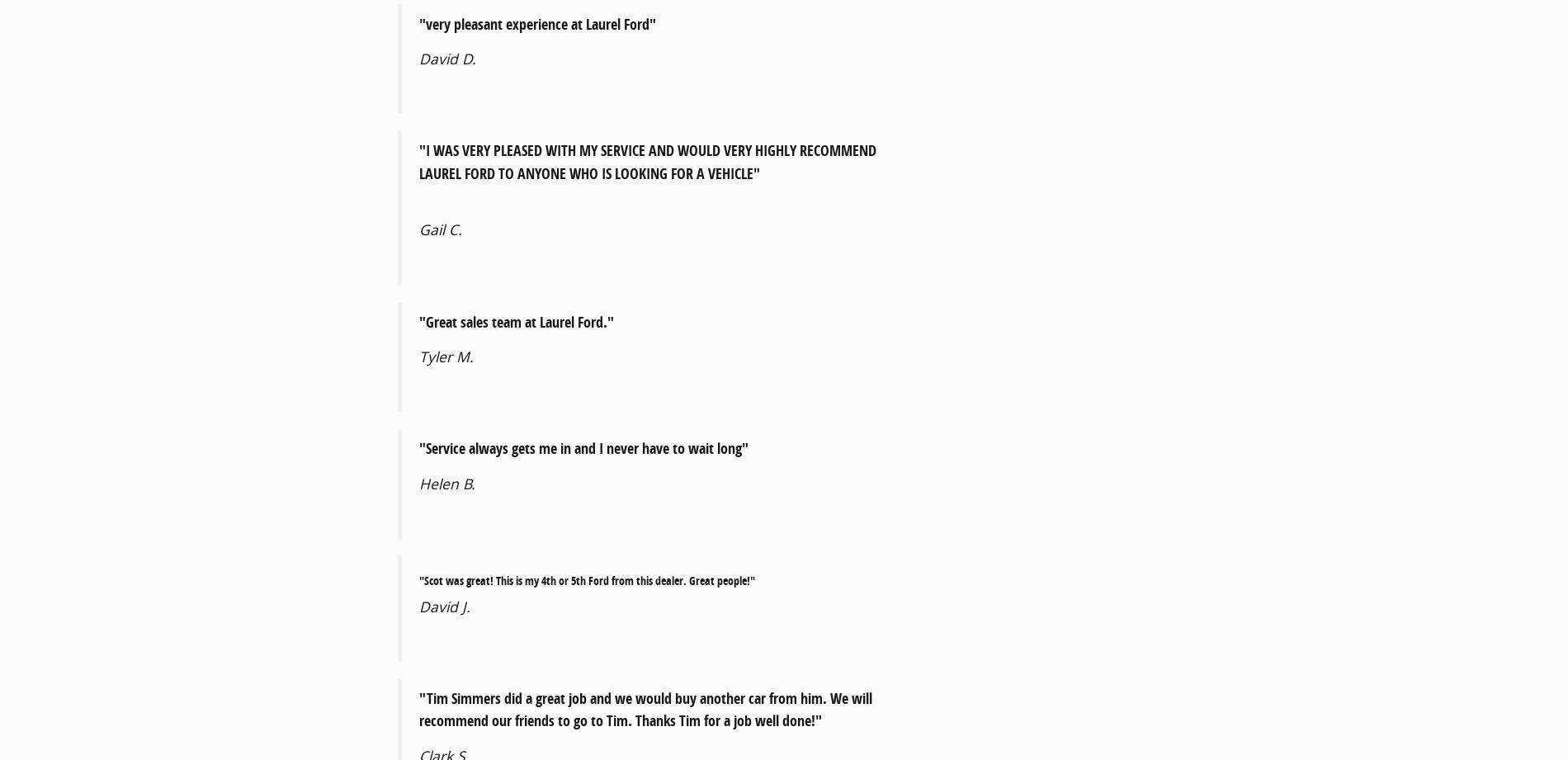  I want to click on '"Scot was great! This is my 4th or 5th Ford from this dealer. 
Great people!"', so click(587, 579).